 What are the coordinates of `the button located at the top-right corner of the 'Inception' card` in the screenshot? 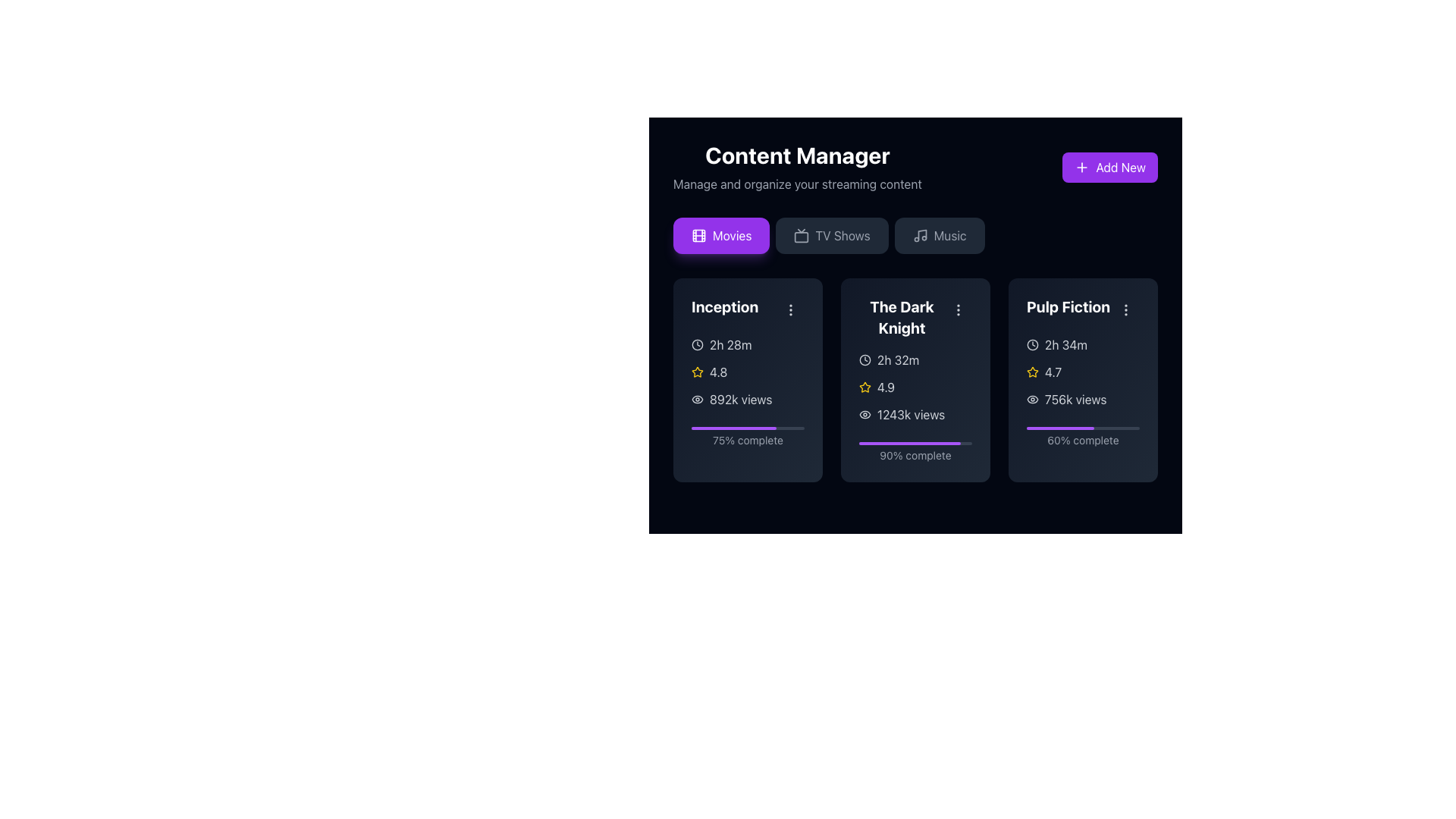 It's located at (789, 309).